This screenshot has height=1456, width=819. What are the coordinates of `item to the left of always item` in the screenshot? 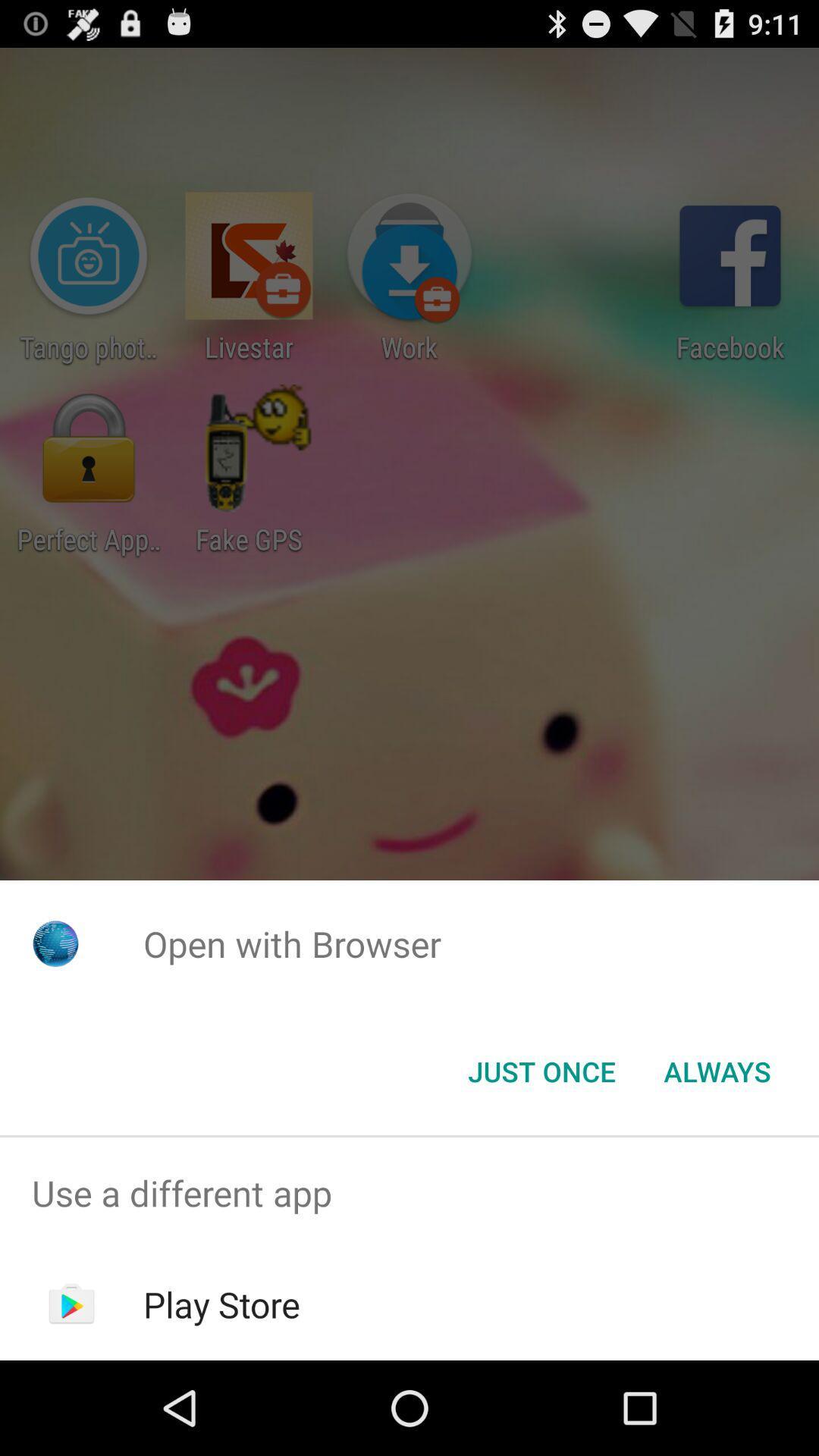 It's located at (541, 1070).